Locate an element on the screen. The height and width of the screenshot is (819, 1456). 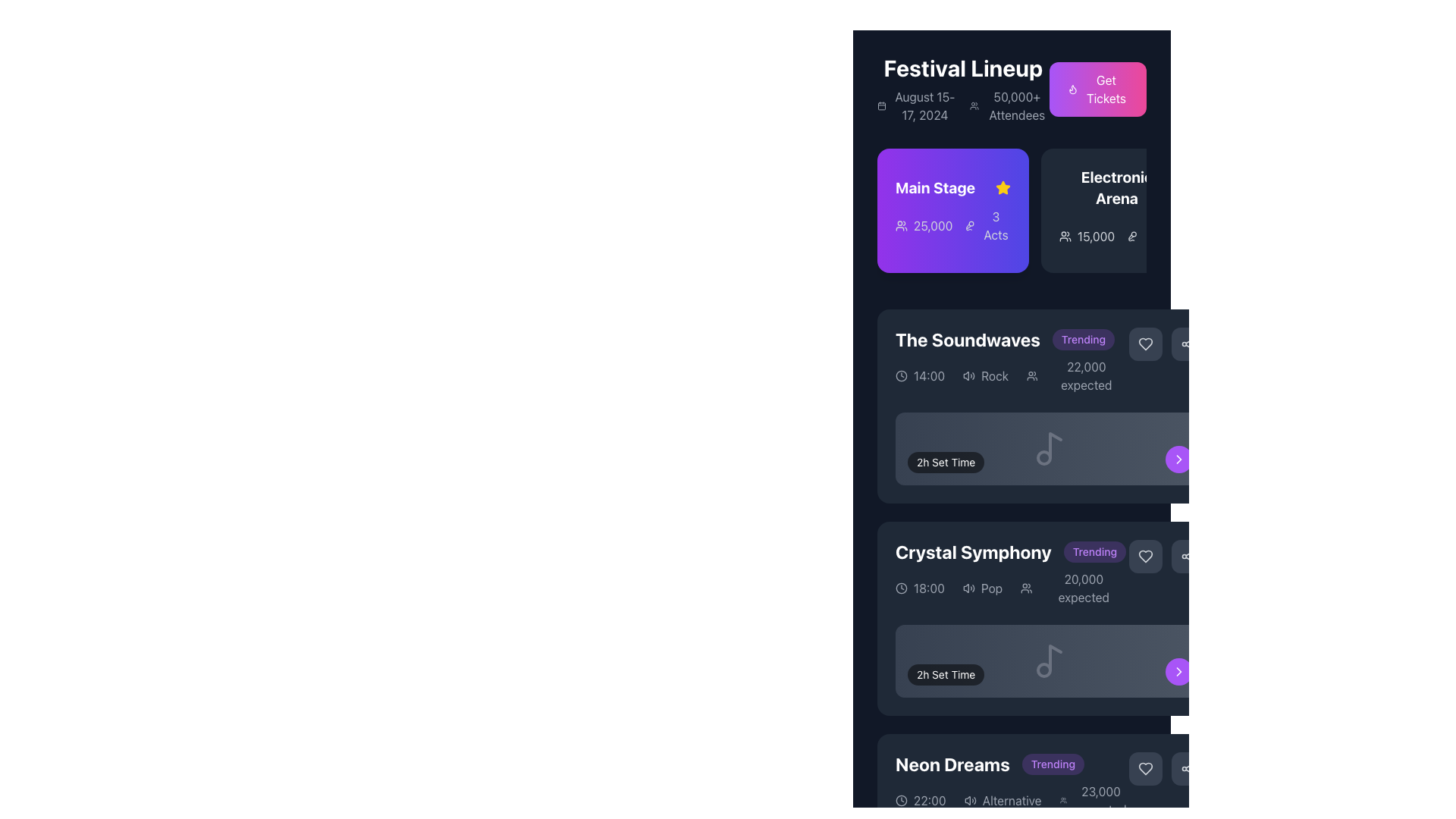
the speaker icon that emits sound waves, positioned to the left of the 'Rock' text in the music genre interface is located at coordinates (968, 375).